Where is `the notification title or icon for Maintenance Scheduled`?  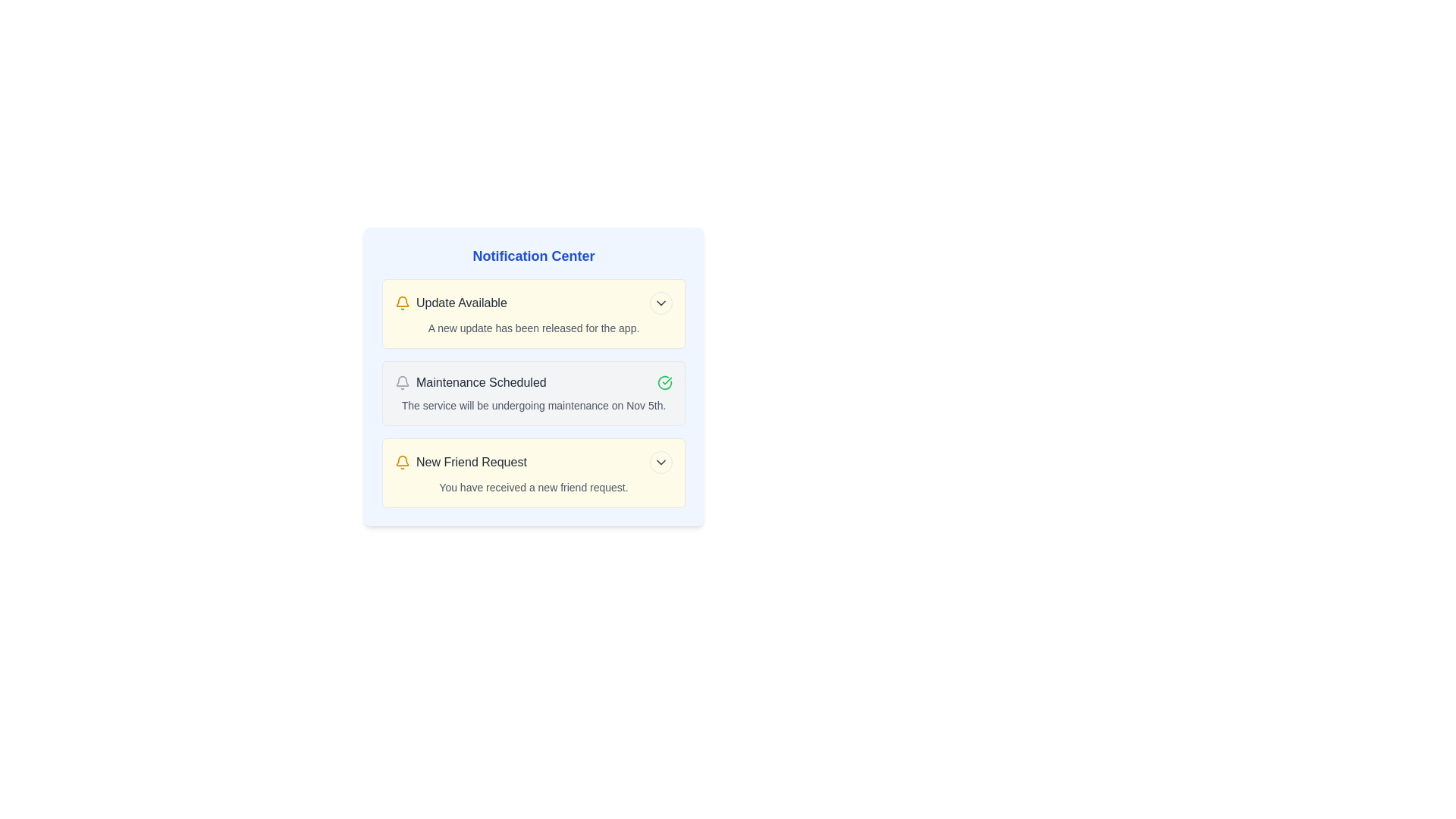
the notification title or icon for Maintenance Scheduled is located at coordinates (403, 382).